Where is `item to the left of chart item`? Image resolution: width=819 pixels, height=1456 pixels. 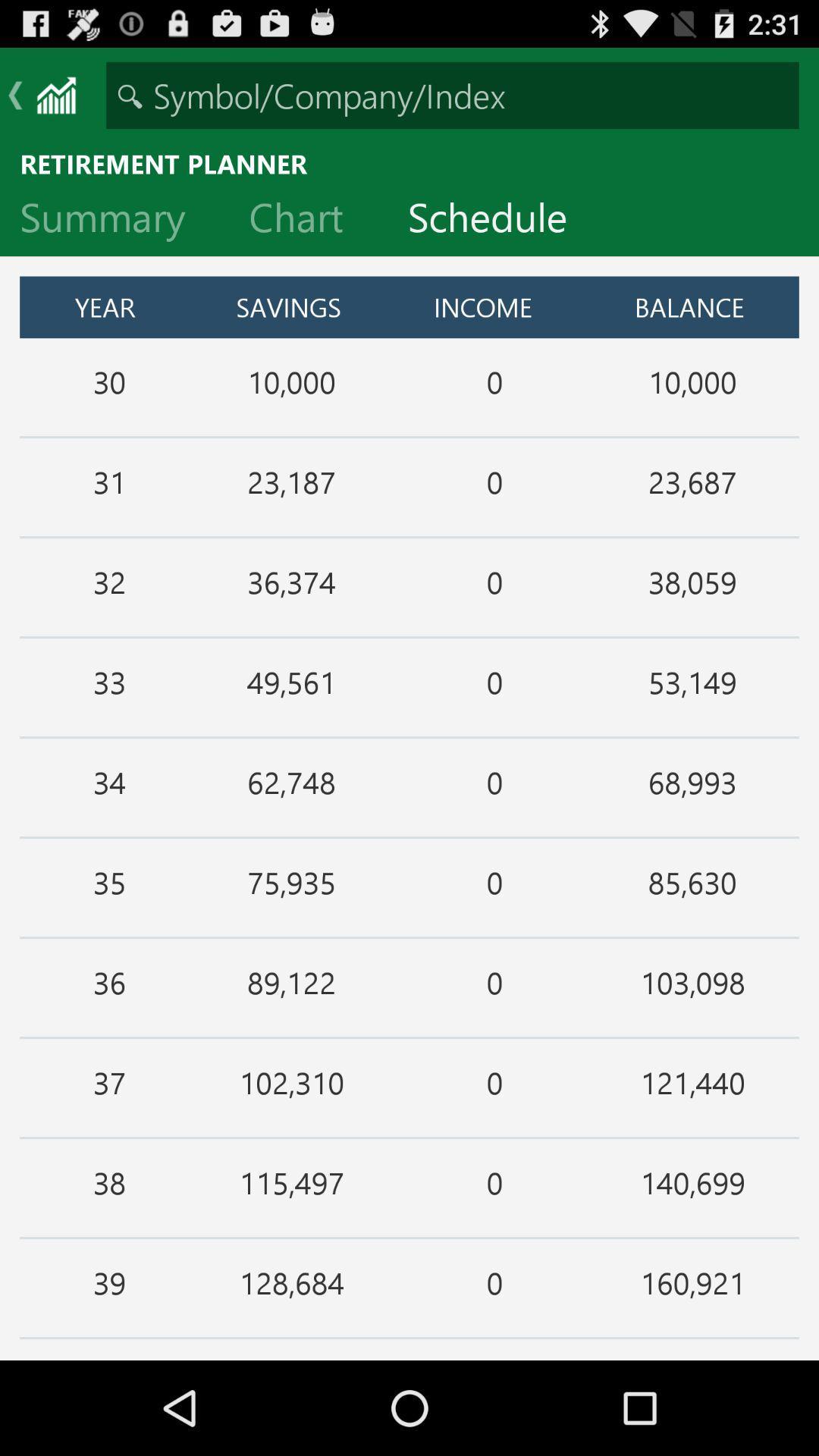 item to the left of chart item is located at coordinates (114, 220).